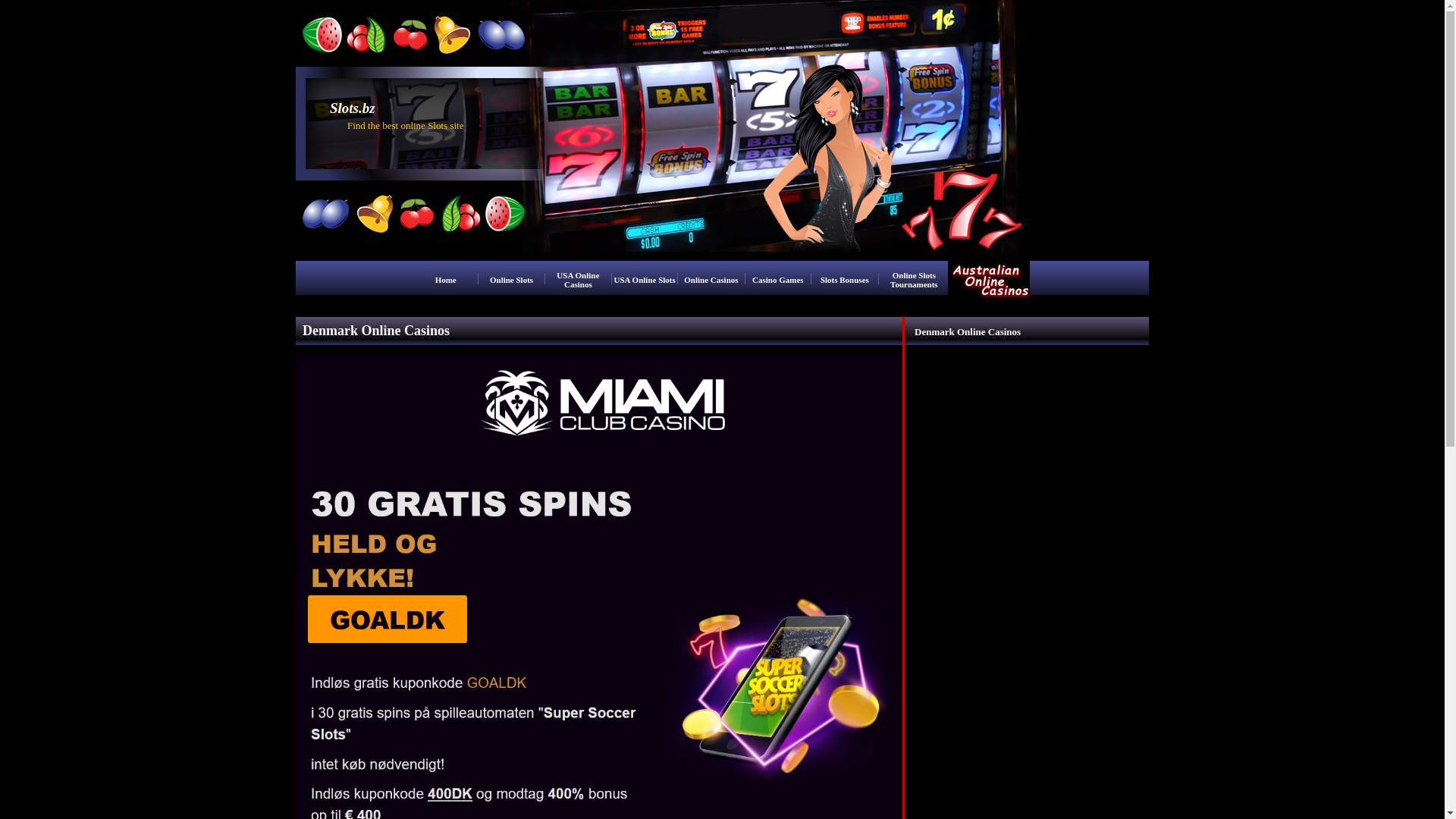 Image resolution: width=1456 pixels, height=819 pixels. What do you see at coordinates (445, 280) in the screenshot?
I see `'Home'` at bounding box center [445, 280].